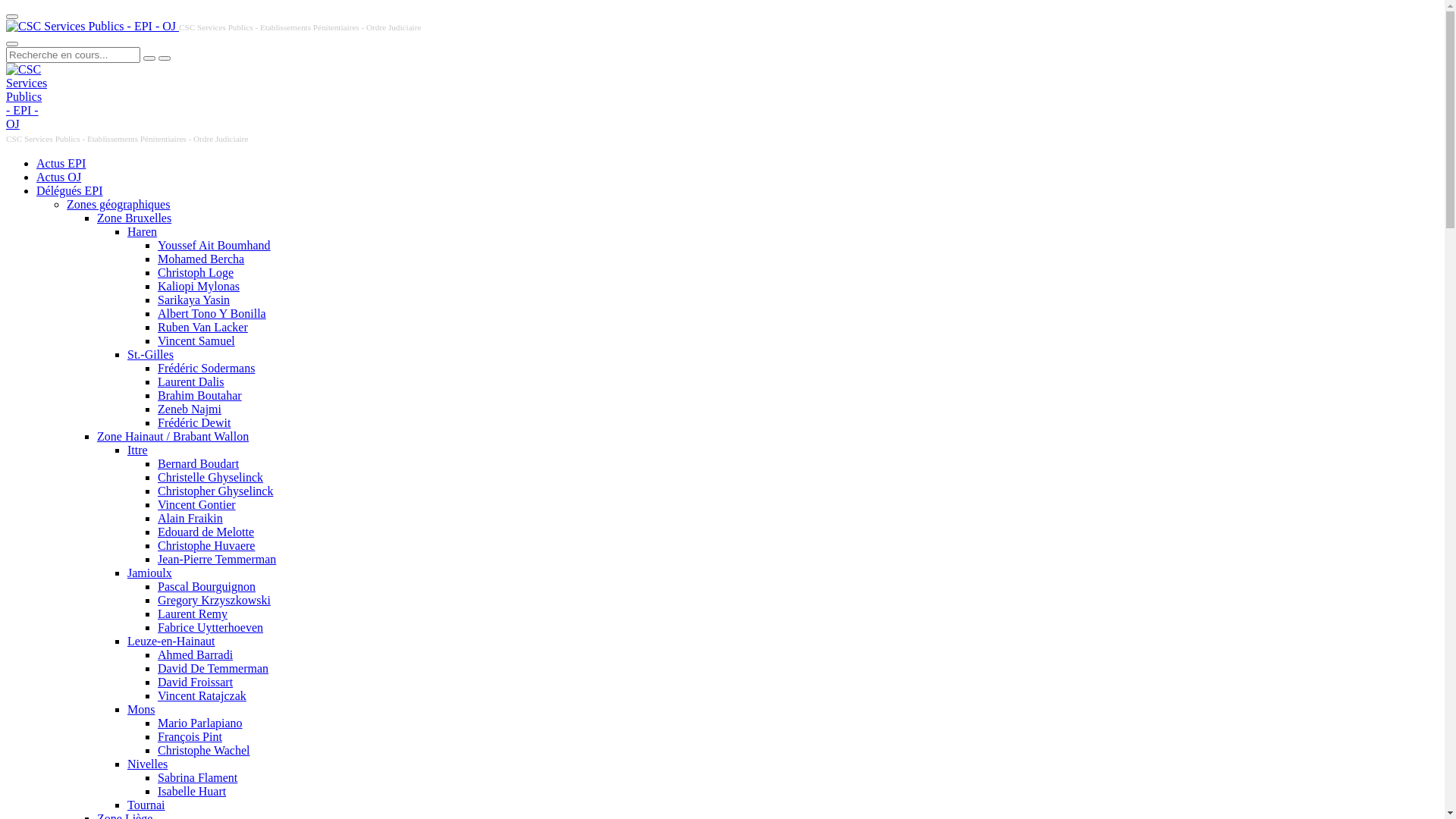  What do you see at coordinates (157, 749) in the screenshot?
I see `'Christophe Wachel'` at bounding box center [157, 749].